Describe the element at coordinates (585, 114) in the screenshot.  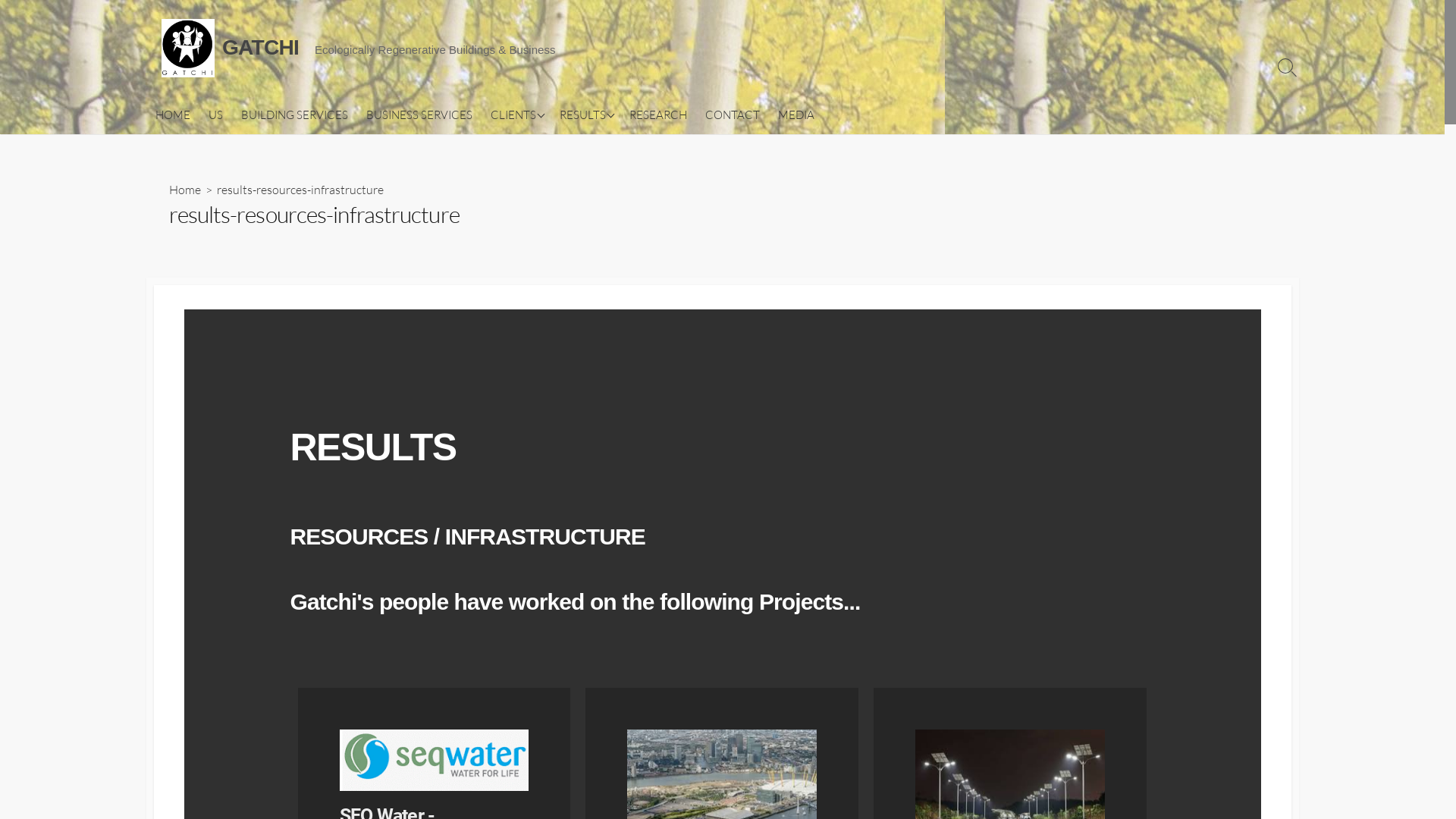
I see `'RESULTS'` at that location.